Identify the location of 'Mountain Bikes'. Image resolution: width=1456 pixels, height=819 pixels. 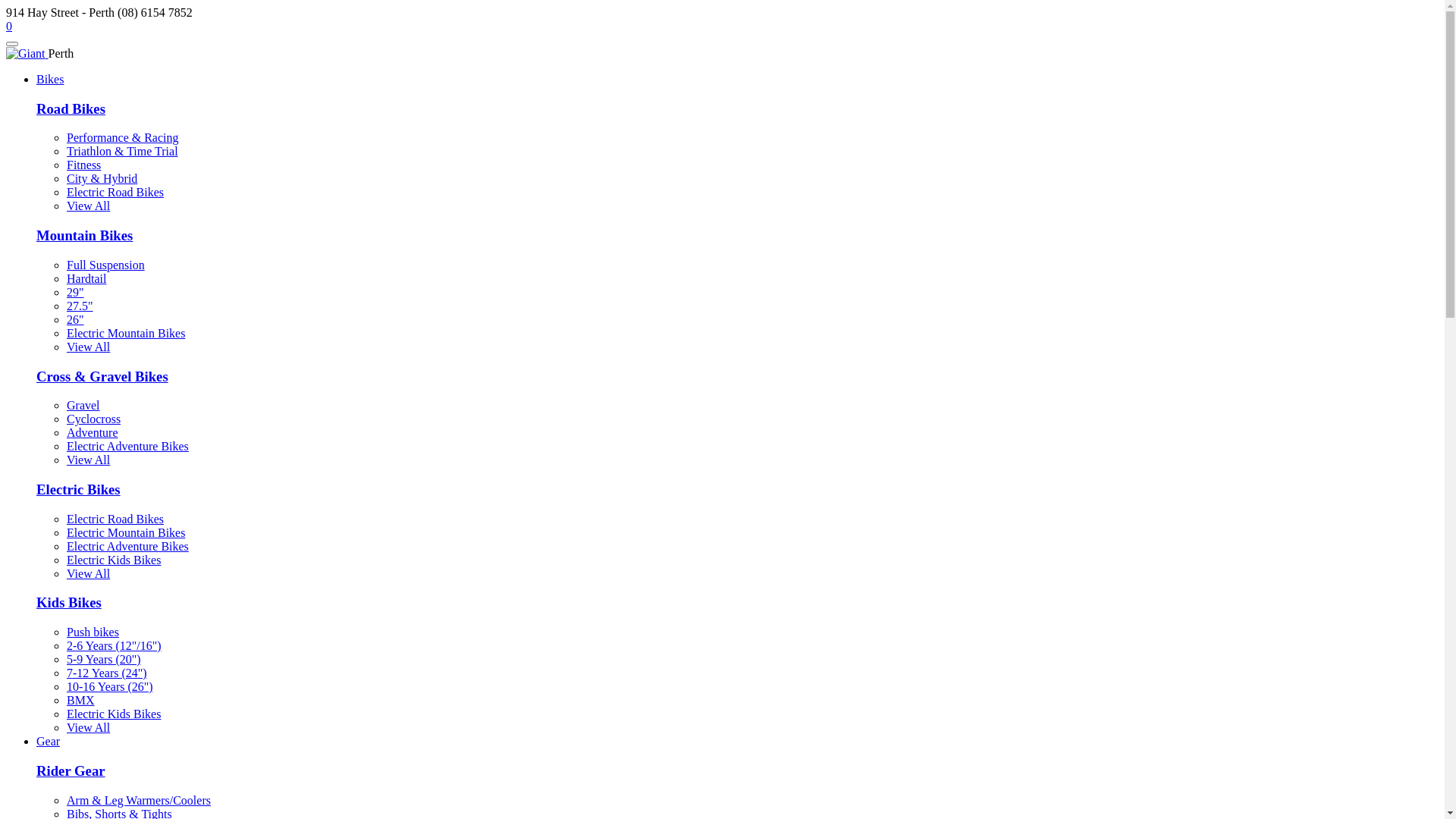
(83, 235).